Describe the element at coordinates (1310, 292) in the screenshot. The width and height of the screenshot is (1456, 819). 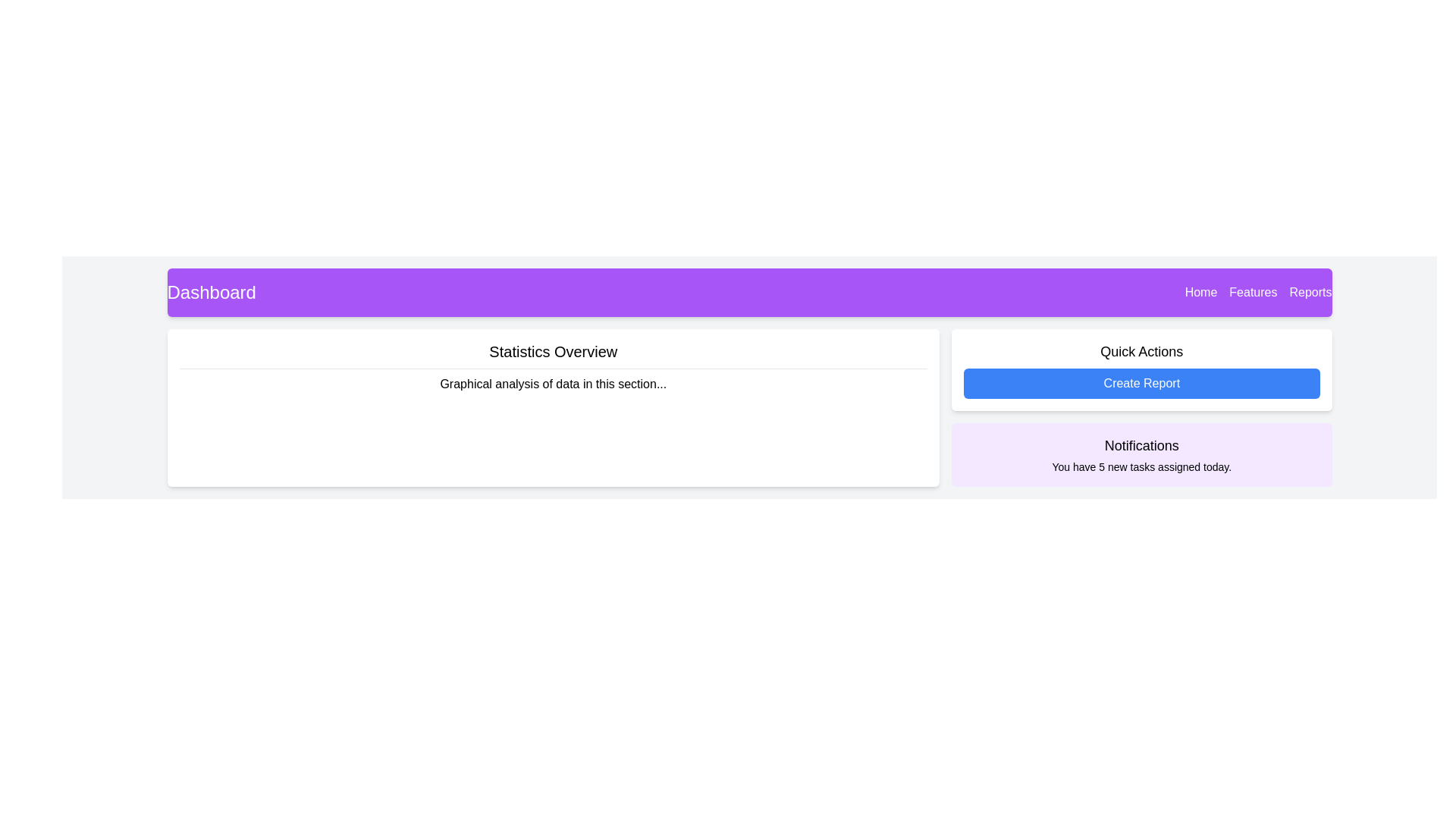
I see `the 'Reports' text label, which is the last item in the top navigation bar with a white font on a purple background` at that location.